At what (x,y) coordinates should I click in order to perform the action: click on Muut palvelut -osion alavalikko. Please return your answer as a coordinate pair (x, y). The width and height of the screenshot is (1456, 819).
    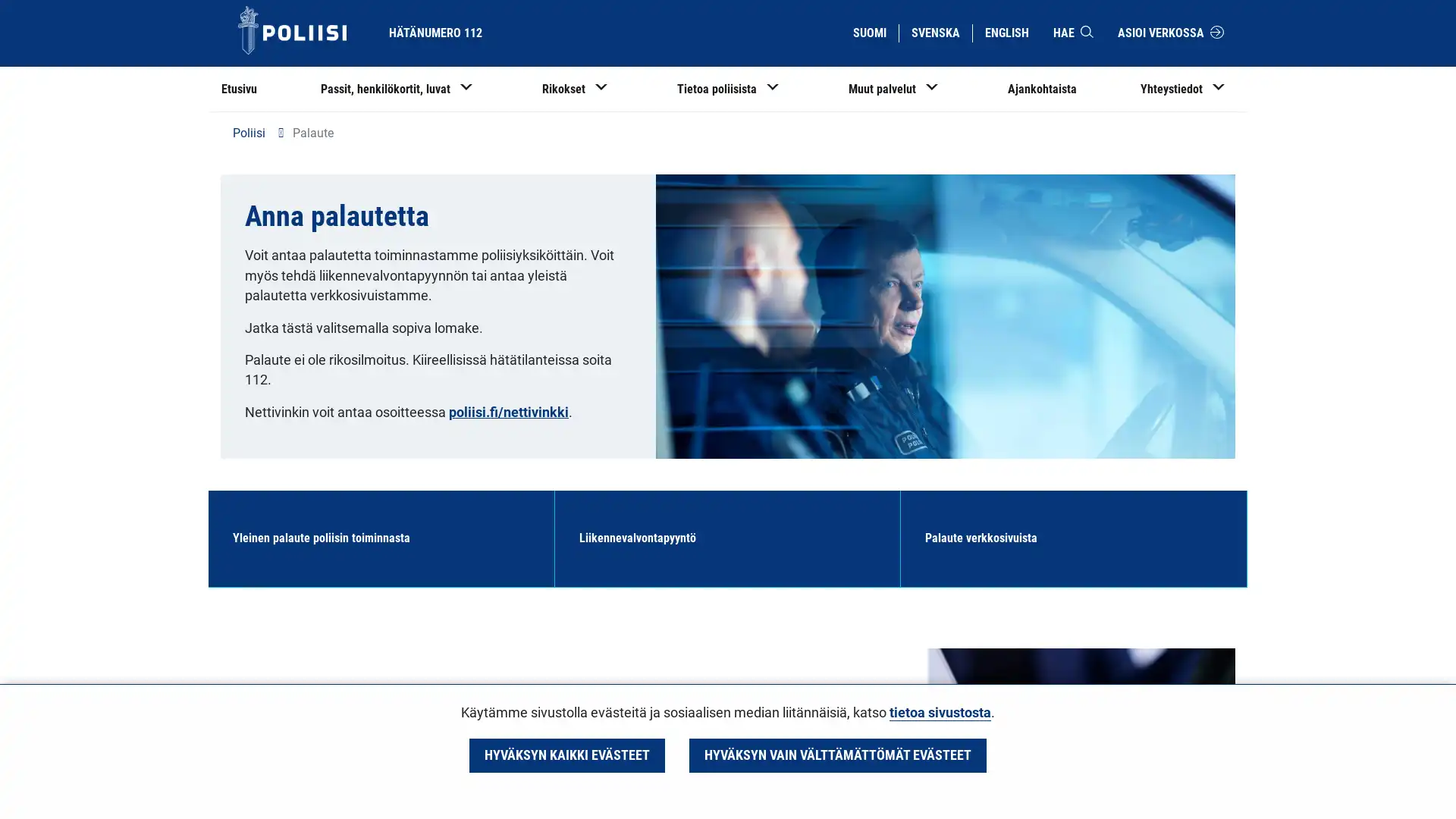
    Looking at the image, I should click on (937, 91).